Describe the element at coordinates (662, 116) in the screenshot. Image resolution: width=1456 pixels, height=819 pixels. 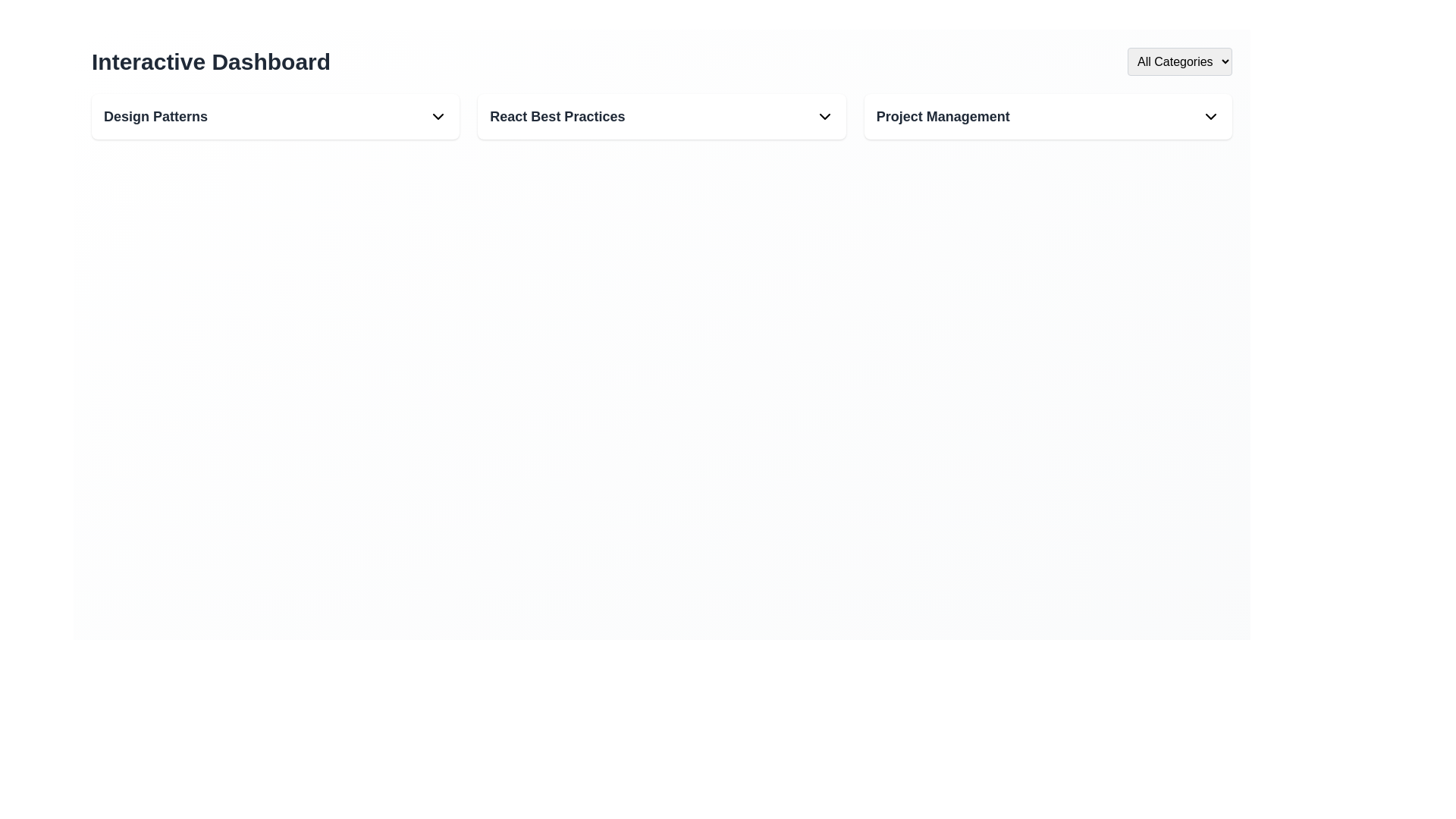
I see `the 'React Best Practices' section of the categorized navigation bar` at that location.